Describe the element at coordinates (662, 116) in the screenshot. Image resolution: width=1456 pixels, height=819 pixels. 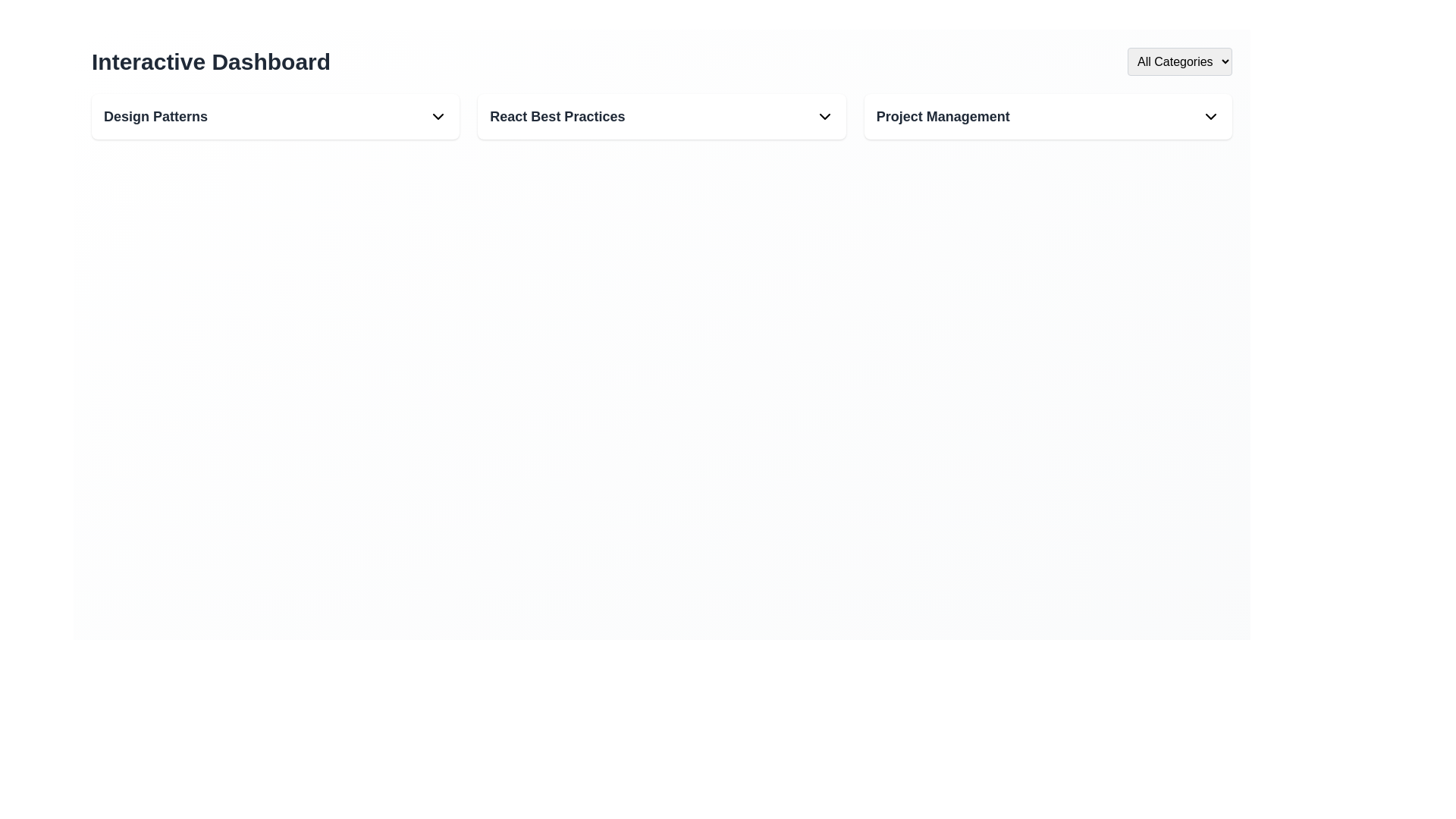
I see `the 'React Best Practices' section of the categorized navigation bar` at that location.